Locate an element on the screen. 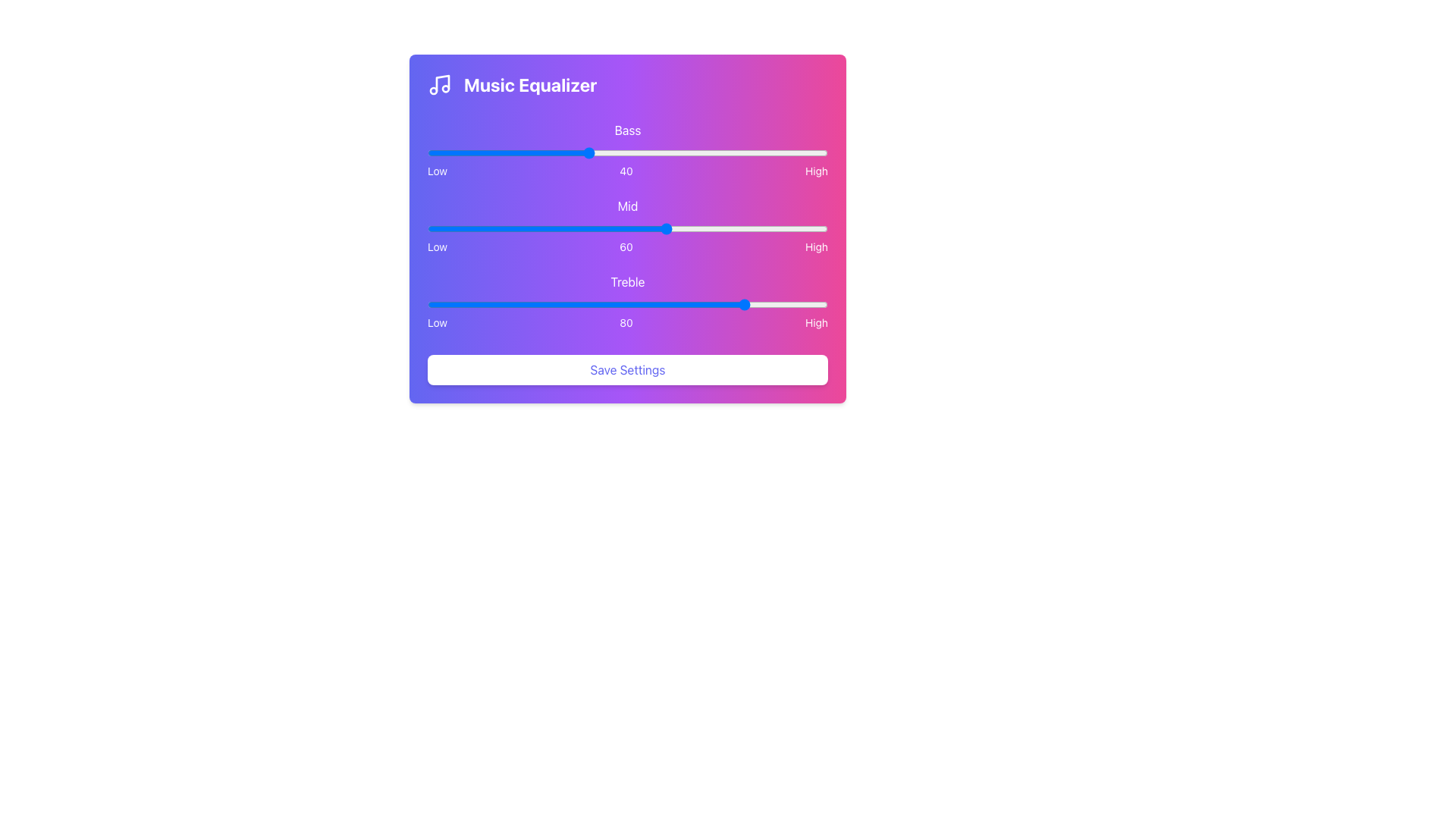 Image resolution: width=1456 pixels, height=819 pixels. the 'Mid' slider is located at coordinates (599, 228).